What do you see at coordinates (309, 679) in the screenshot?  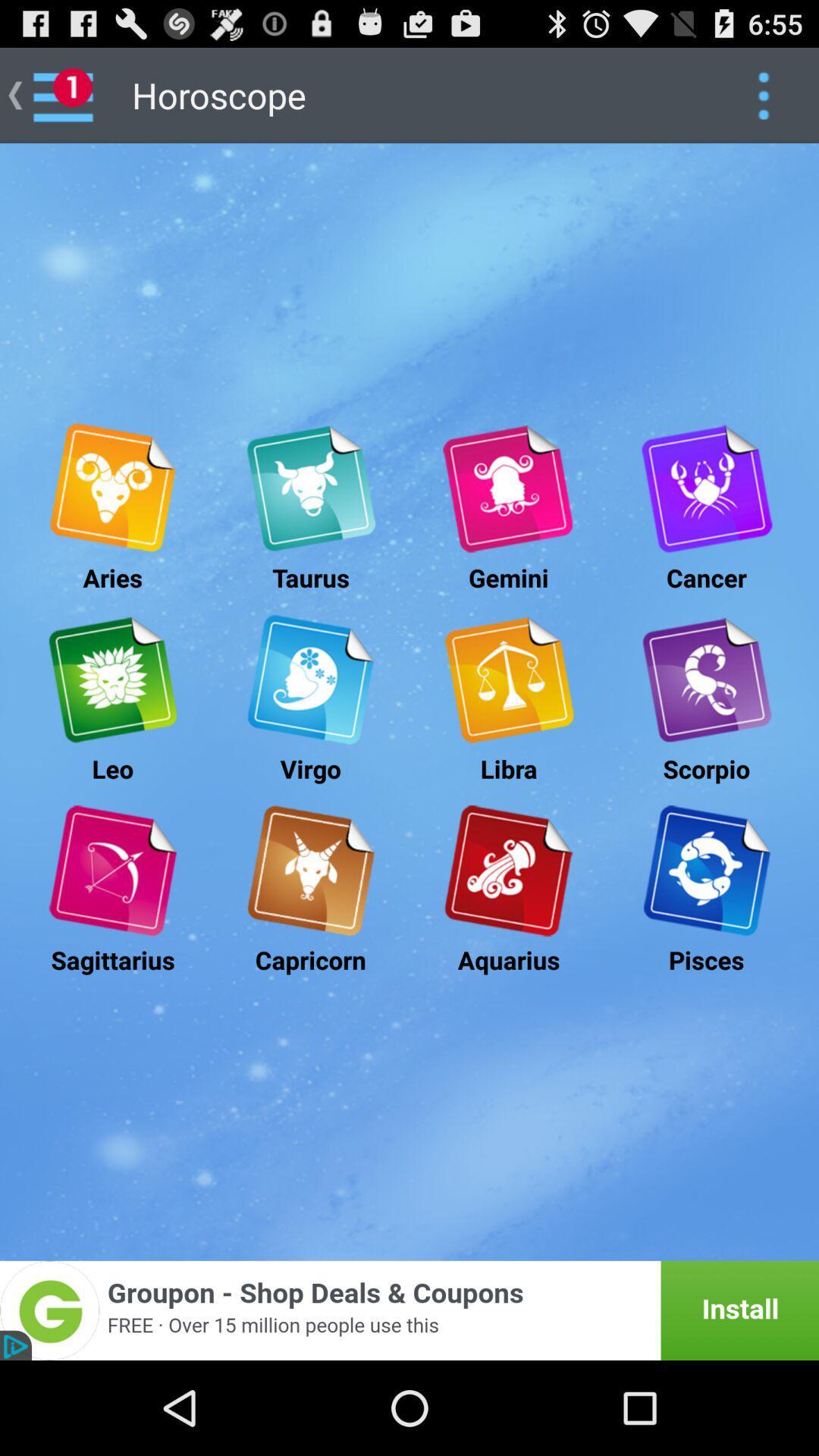 I see `read virgo horoscope` at bounding box center [309, 679].